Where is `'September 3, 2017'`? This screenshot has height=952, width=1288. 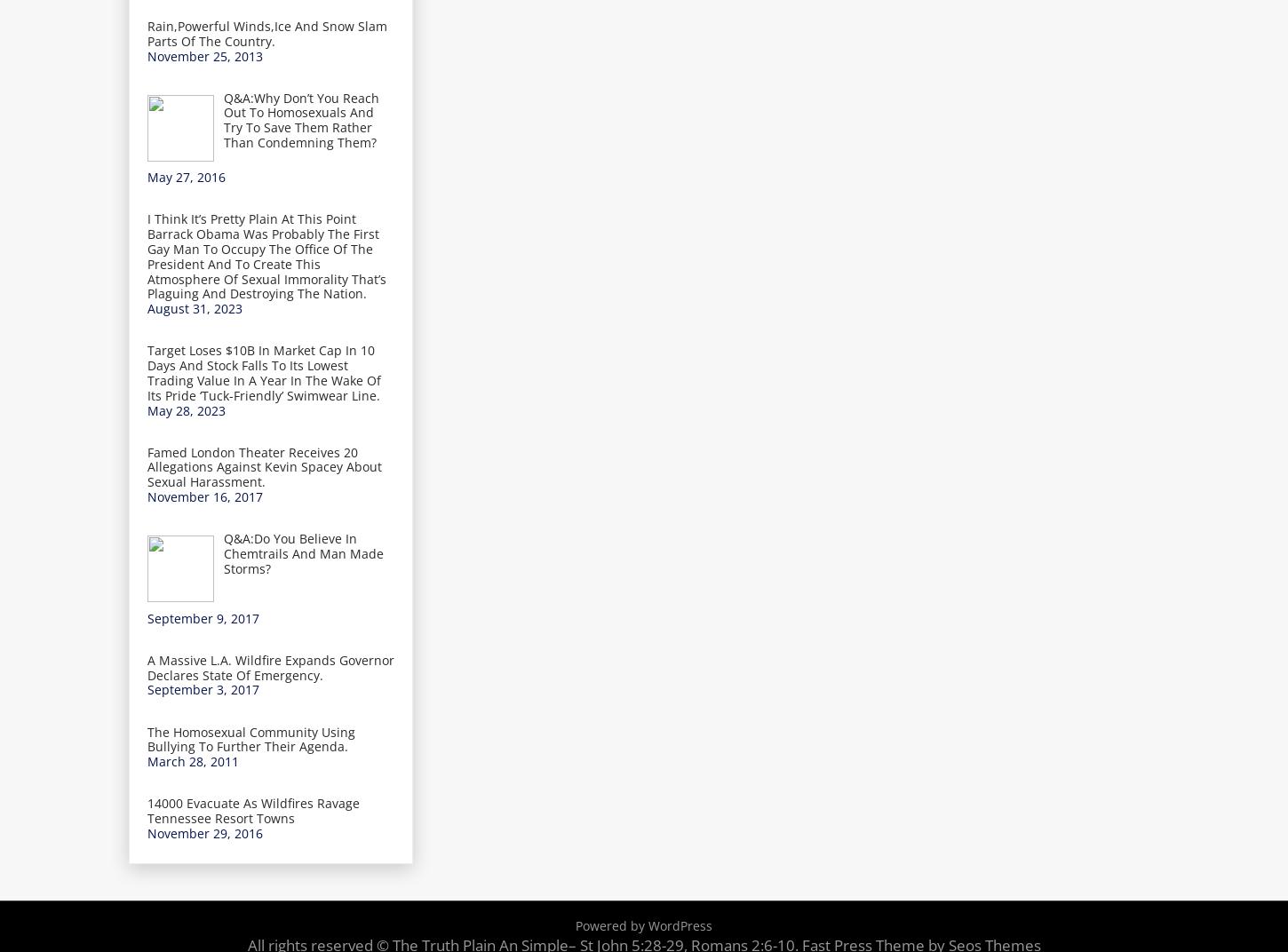
'September 3, 2017' is located at coordinates (202, 689).